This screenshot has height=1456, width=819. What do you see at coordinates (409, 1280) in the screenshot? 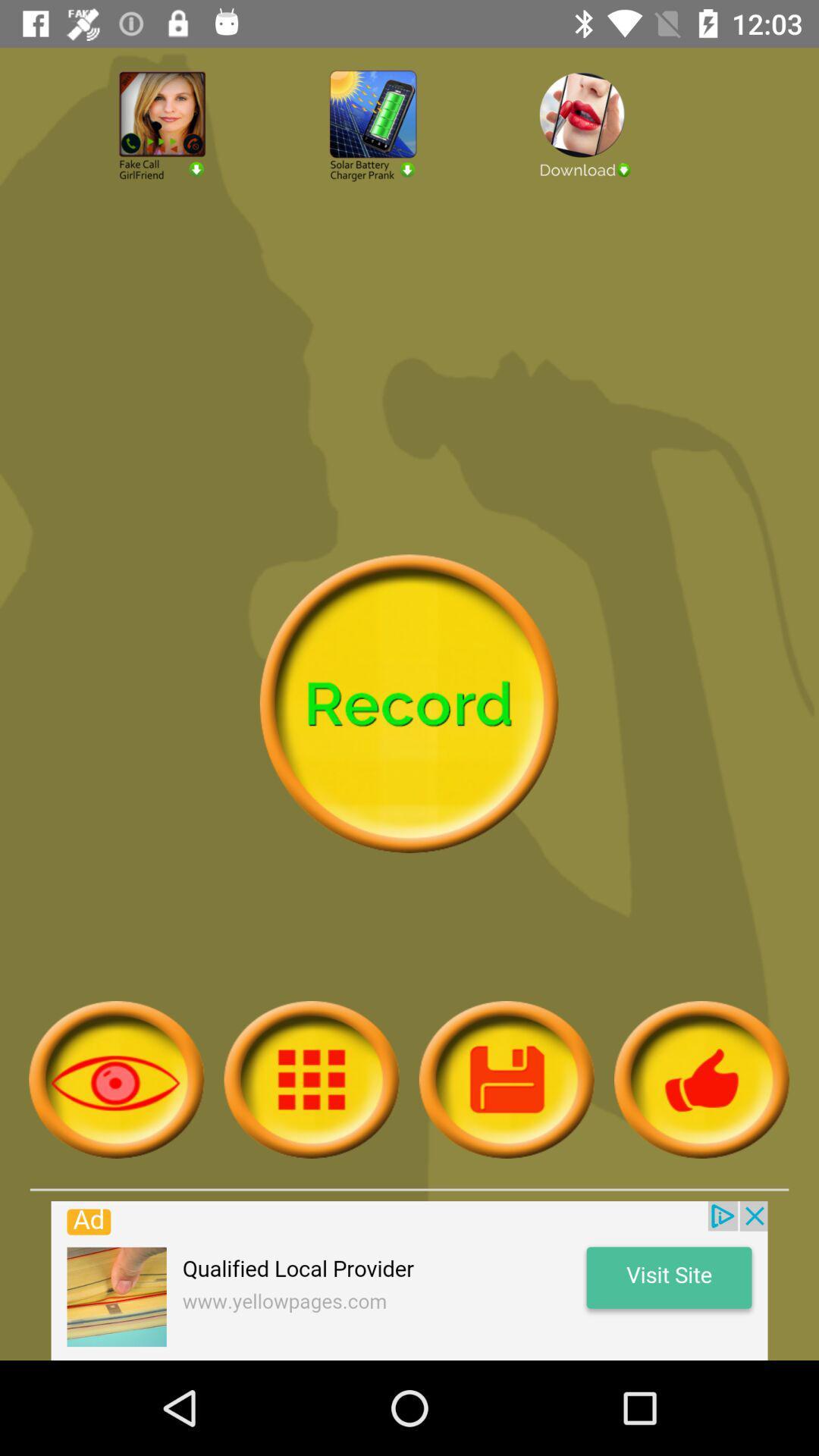
I see `advertisement banner` at bounding box center [409, 1280].